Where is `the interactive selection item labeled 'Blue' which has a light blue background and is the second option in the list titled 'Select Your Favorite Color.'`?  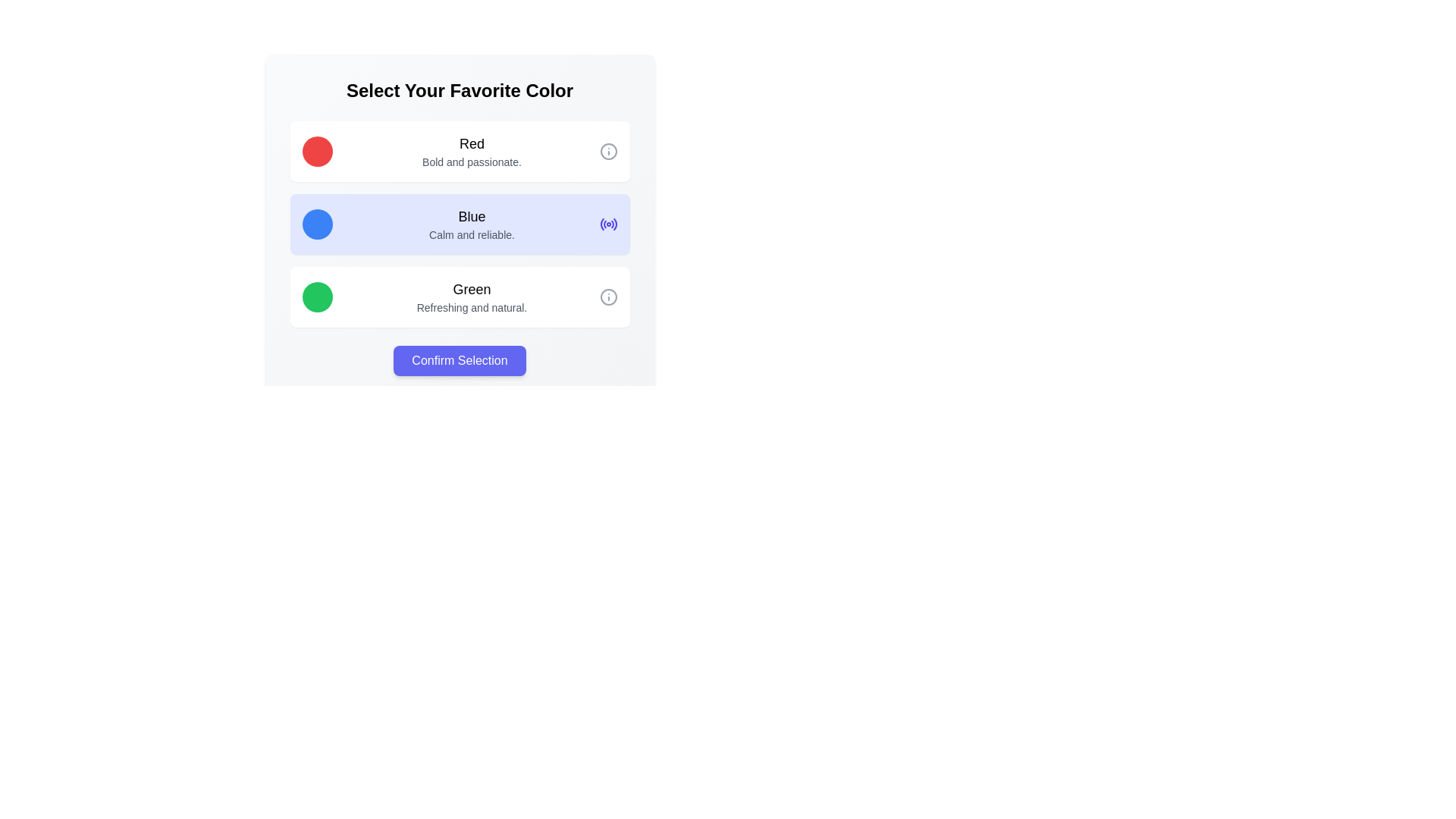 the interactive selection item labeled 'Blue' which has a light blue background and is the second option in the list titled 'Select Your Favorite Color.' is located at coordinates (459, 227).